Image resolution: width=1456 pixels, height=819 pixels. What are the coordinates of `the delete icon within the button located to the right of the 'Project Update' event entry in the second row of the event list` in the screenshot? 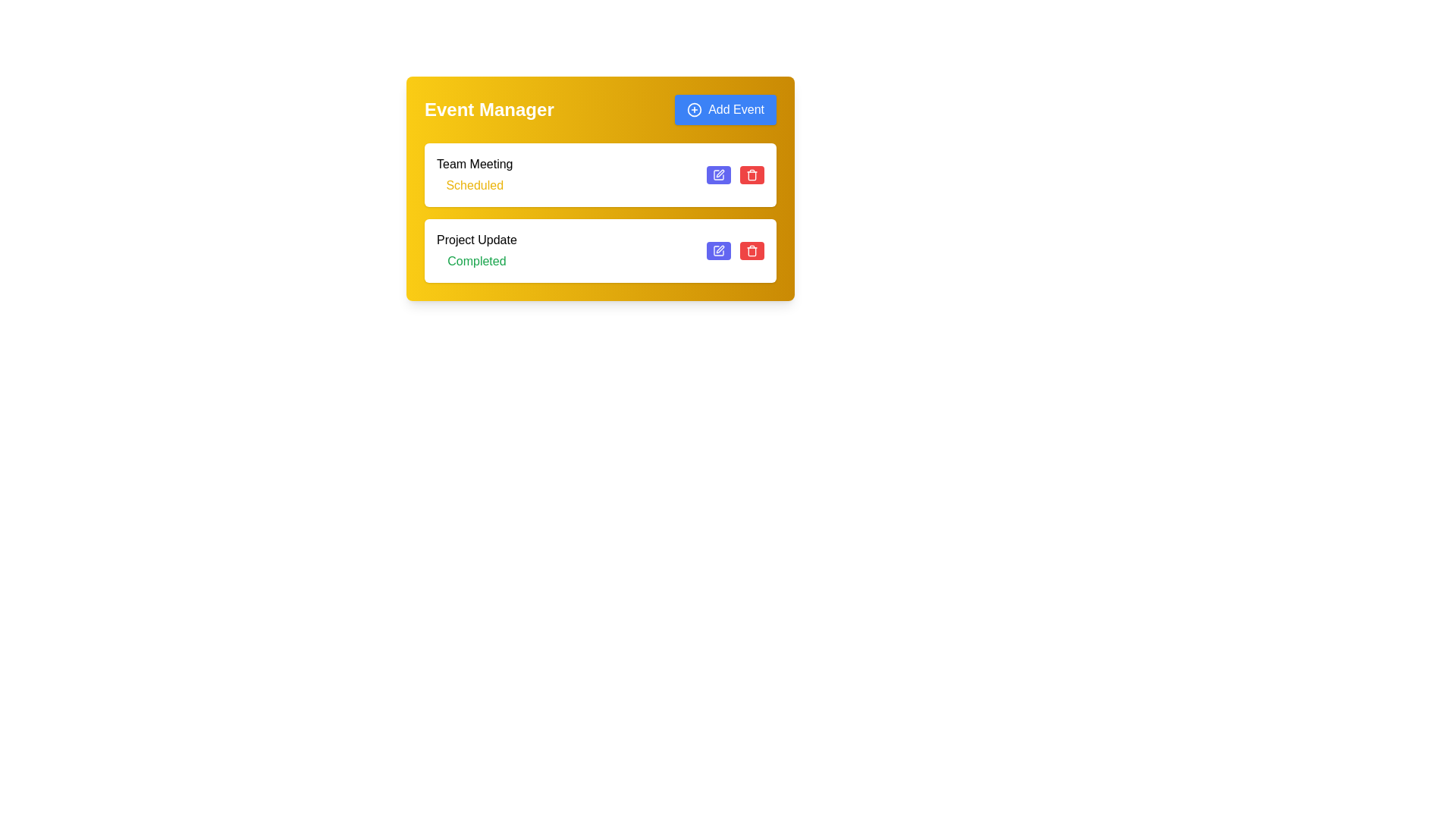 It's located at (752, 250).